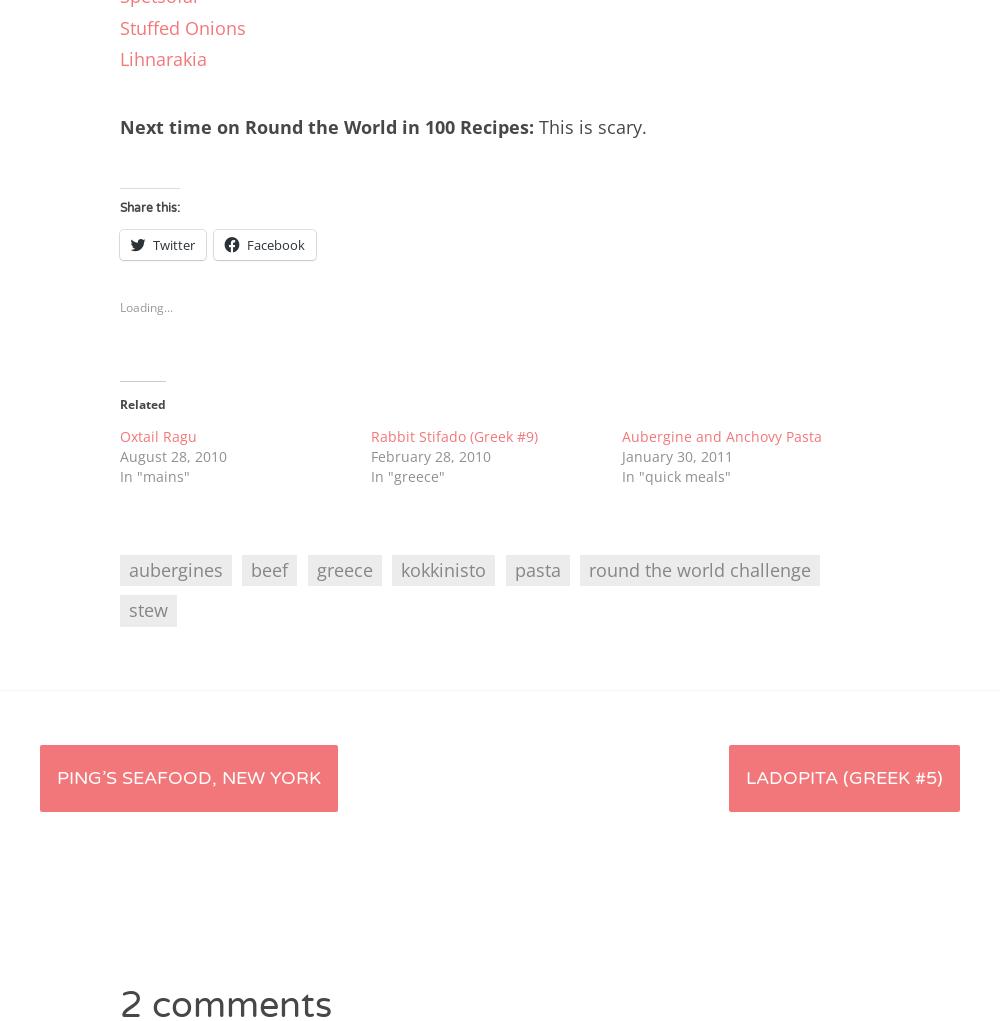 The height and width of the screenshot is (1021, 1000). What do you see at coordinates (174, 243) in the screenshot?
I see `'Twitter'` at bounding box center [174, 243].